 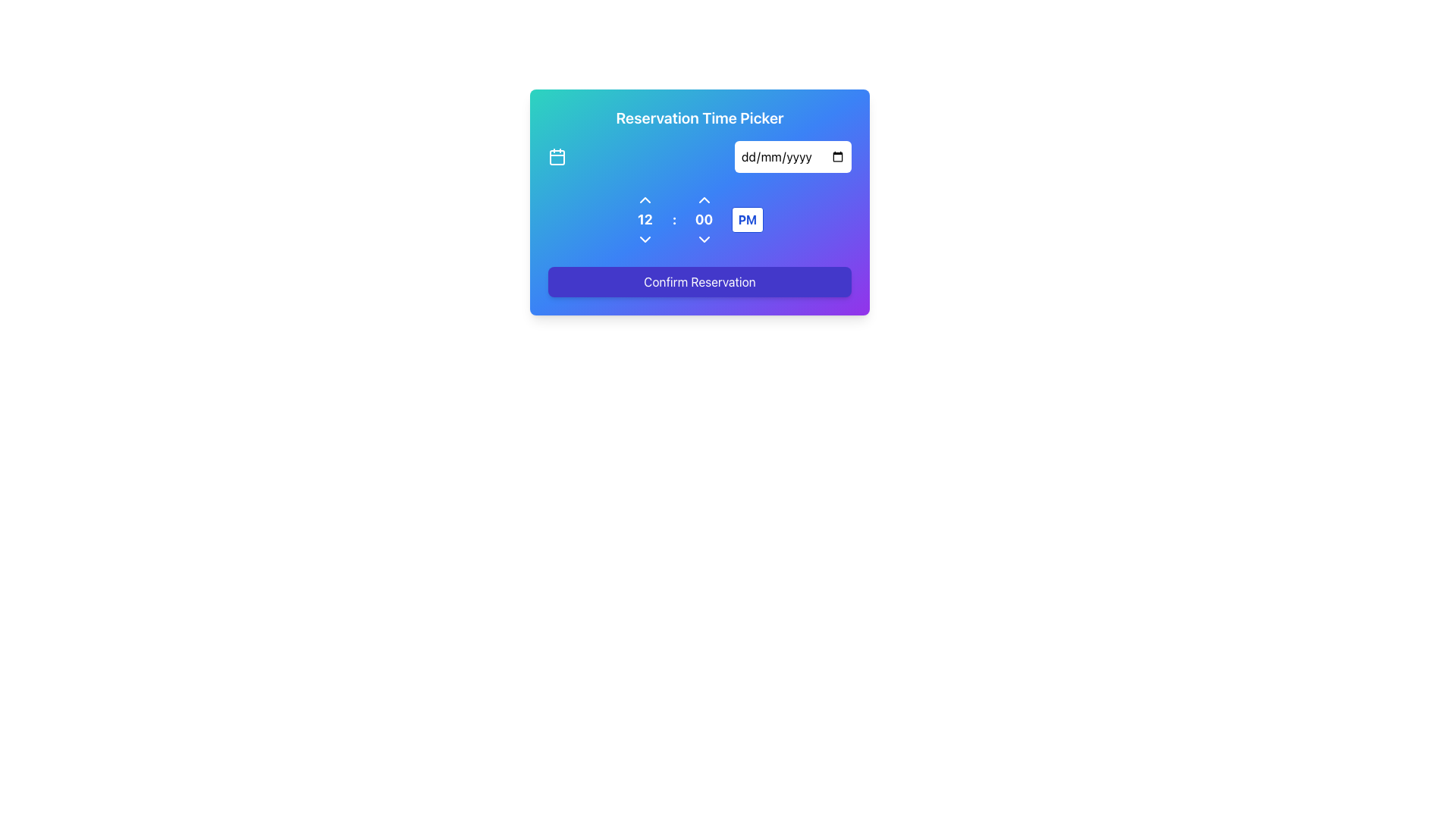 I want to click on the PM toggle button in the time-selection interface, located to the right of the hour and minute display '12:00', so click(x=747, y=219).